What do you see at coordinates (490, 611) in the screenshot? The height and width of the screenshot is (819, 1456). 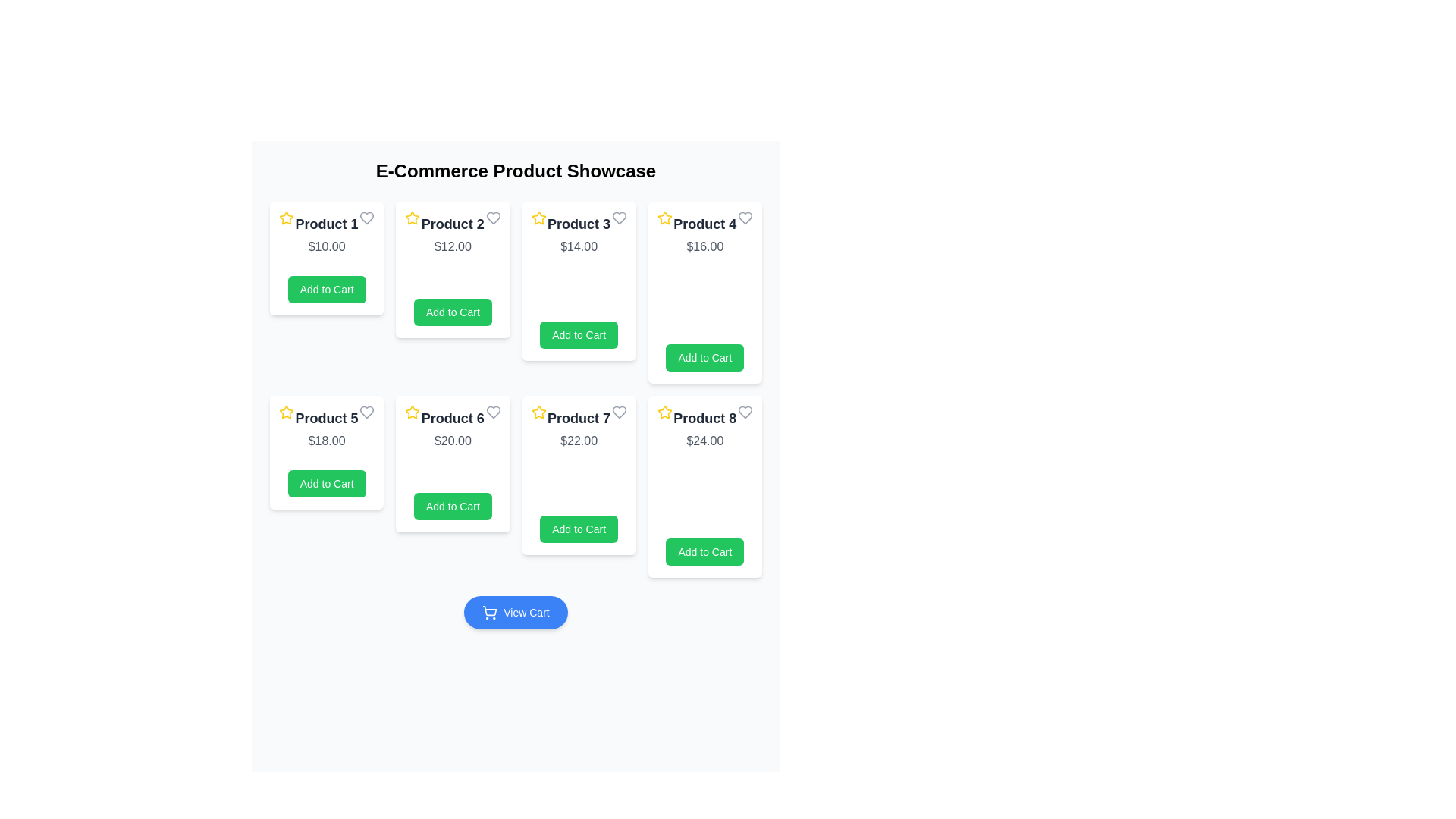 I see `shopping cart icon located within the blue 'View Cart' button at the bottom of the display area for information` at bounding box center [490, 611].